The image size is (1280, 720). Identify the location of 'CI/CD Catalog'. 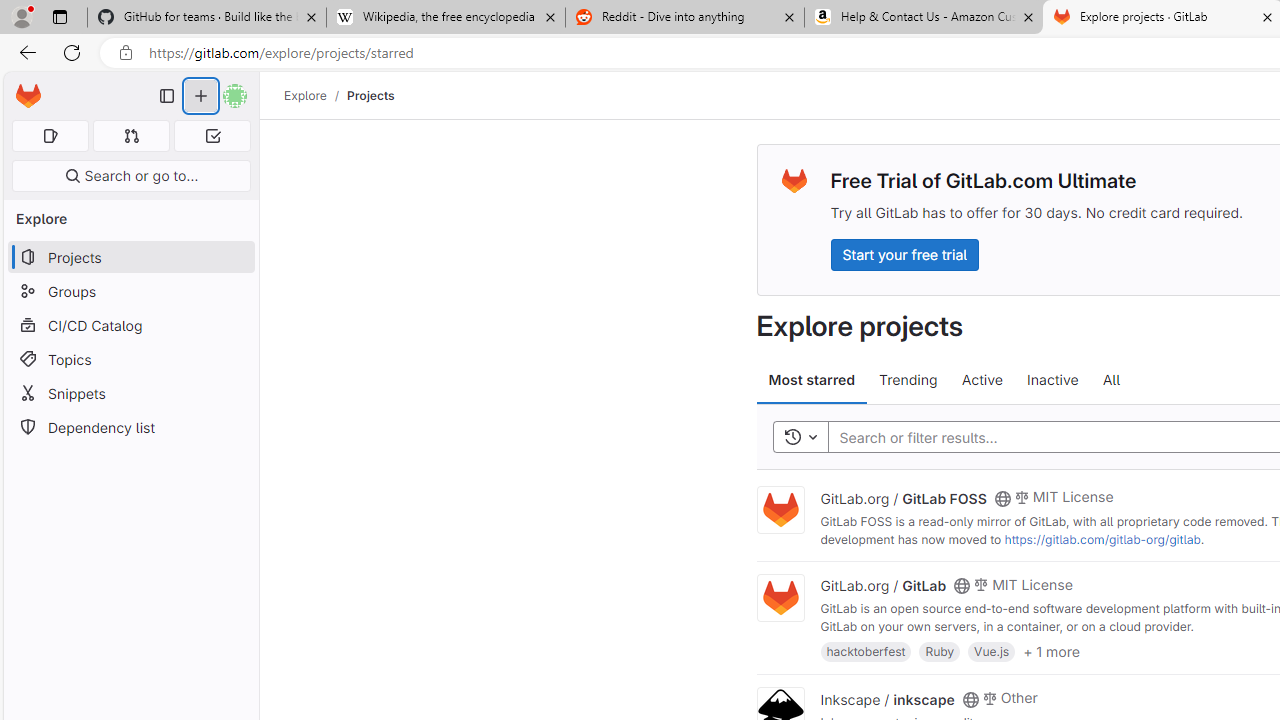
(130, 324).